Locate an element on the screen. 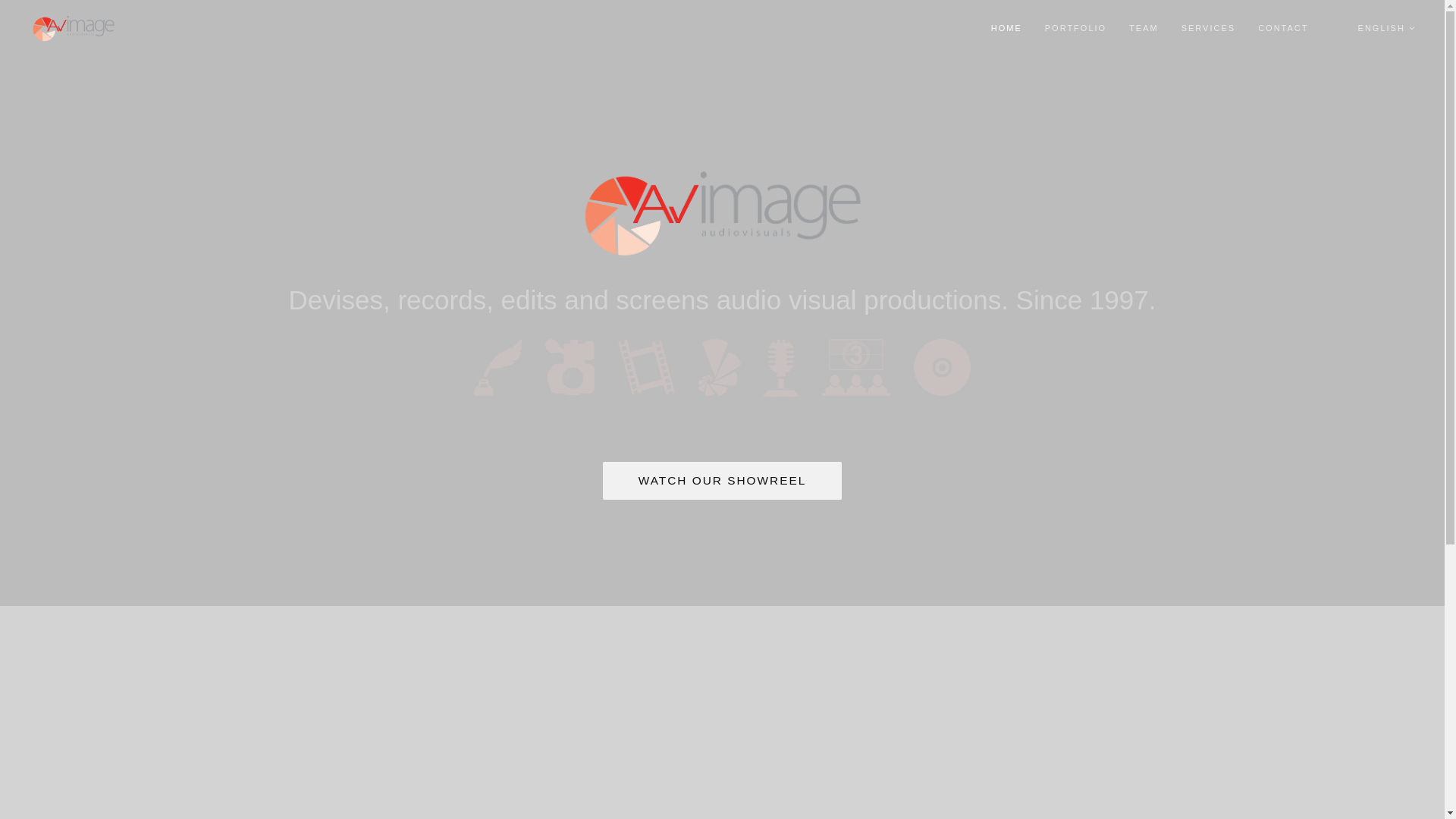 The width and height of the screenshot is (1456, 819). 'AV-image' is located at coordinates (720, 213).